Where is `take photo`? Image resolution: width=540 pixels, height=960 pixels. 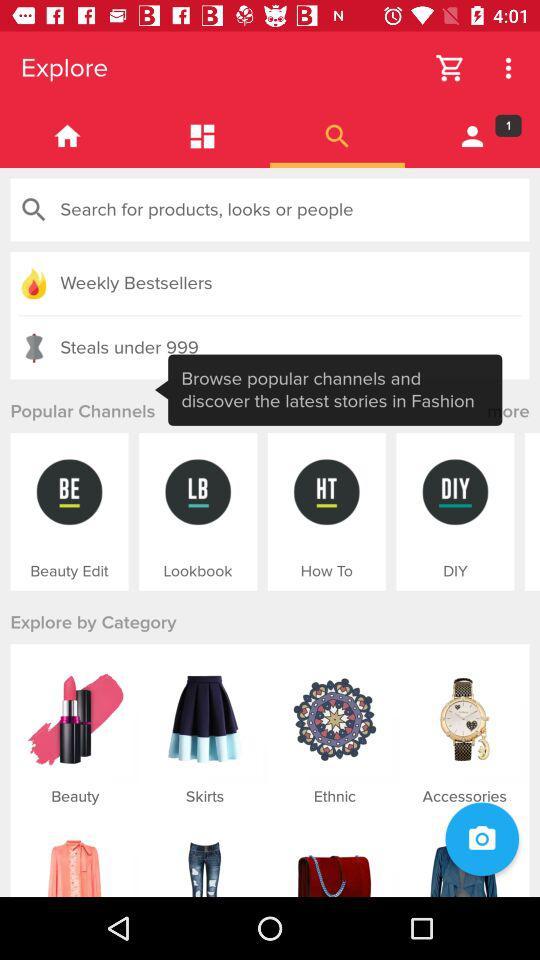 take photo is located at coordinates (481, 839).